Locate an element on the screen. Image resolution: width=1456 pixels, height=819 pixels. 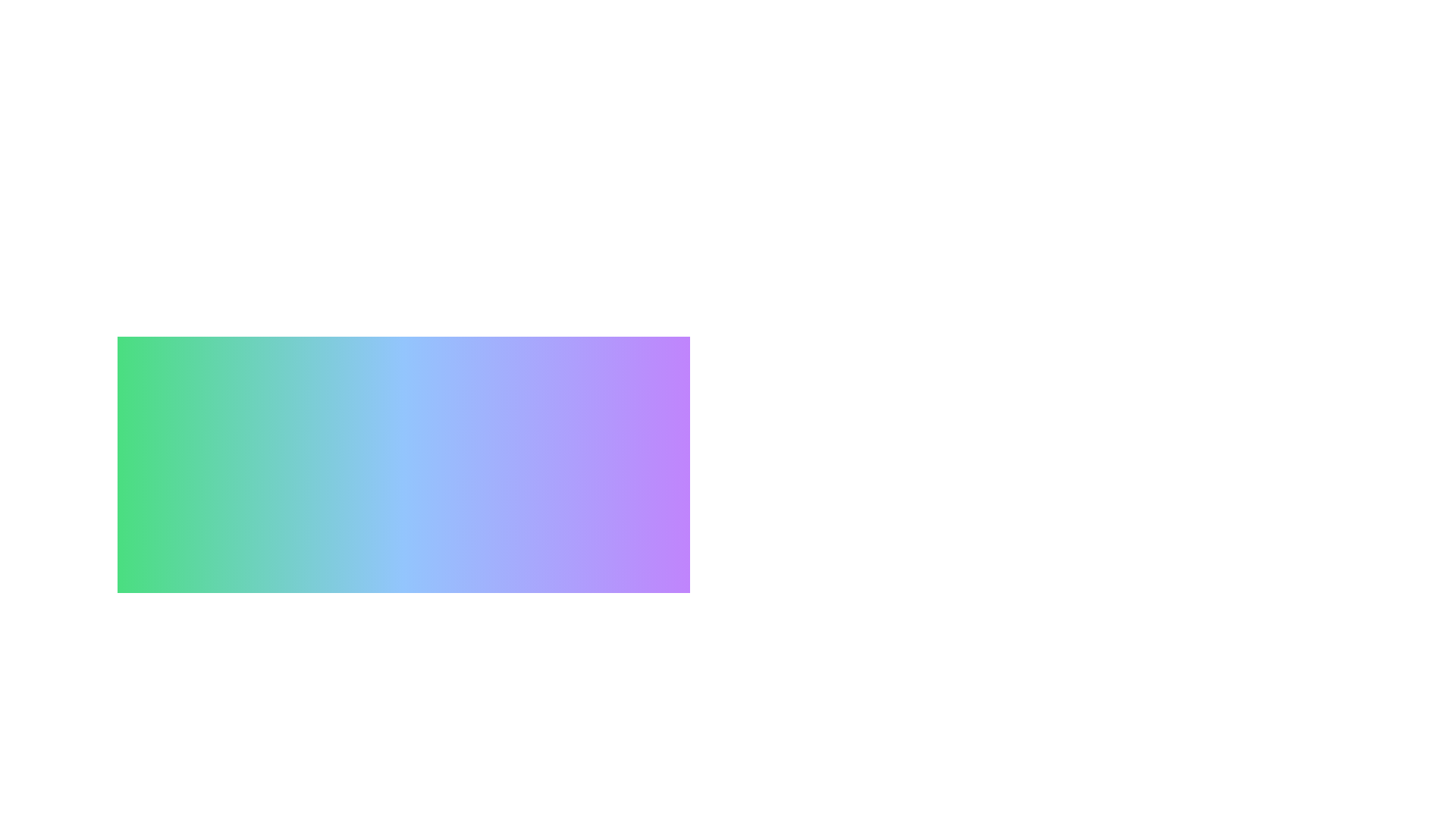
the preference Reading to observe visual feedback is located at coordinates (170, 741).